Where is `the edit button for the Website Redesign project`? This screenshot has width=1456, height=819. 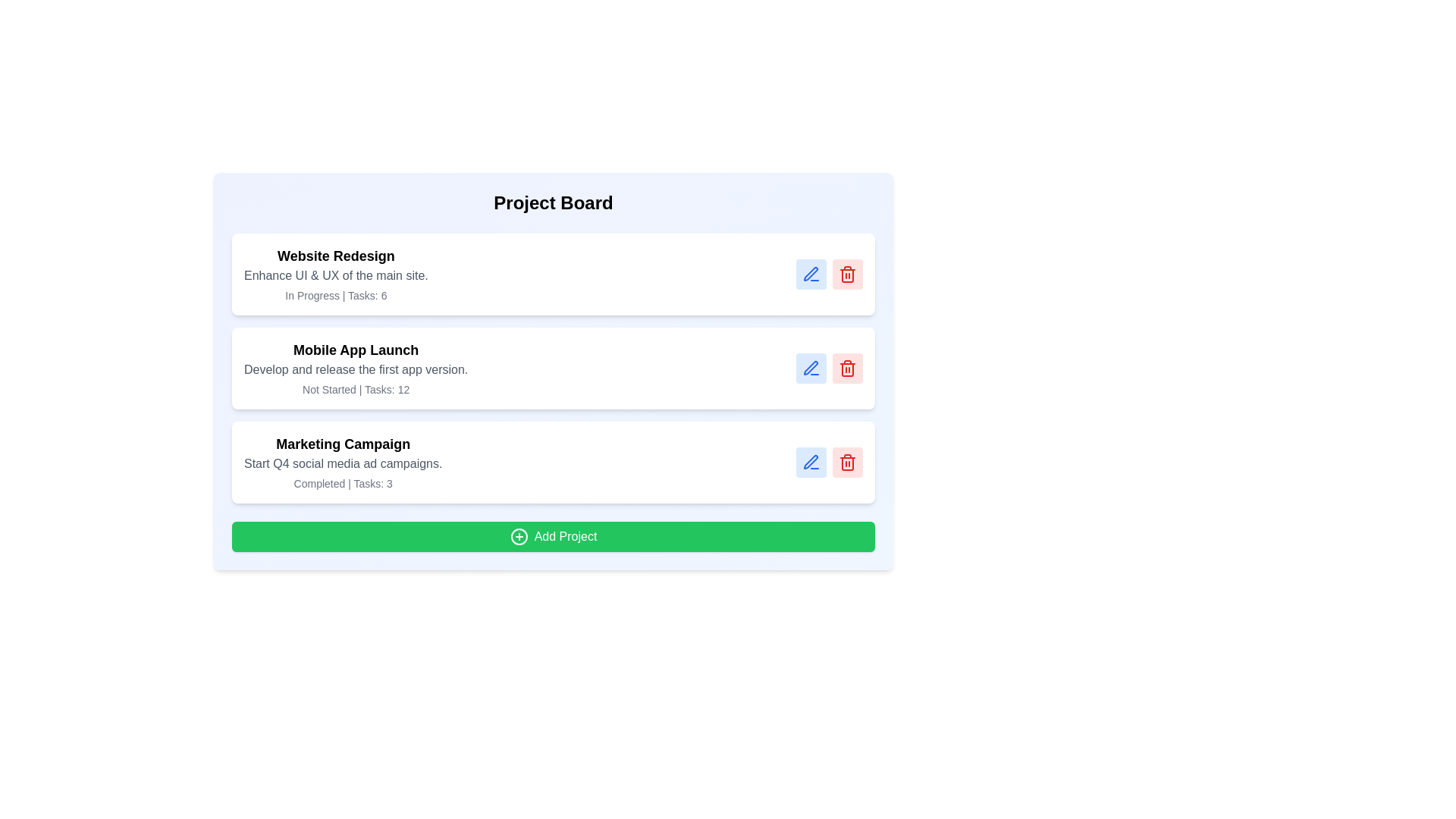
the edit button for the Website Redesign project is located at coordinates (811, 275).